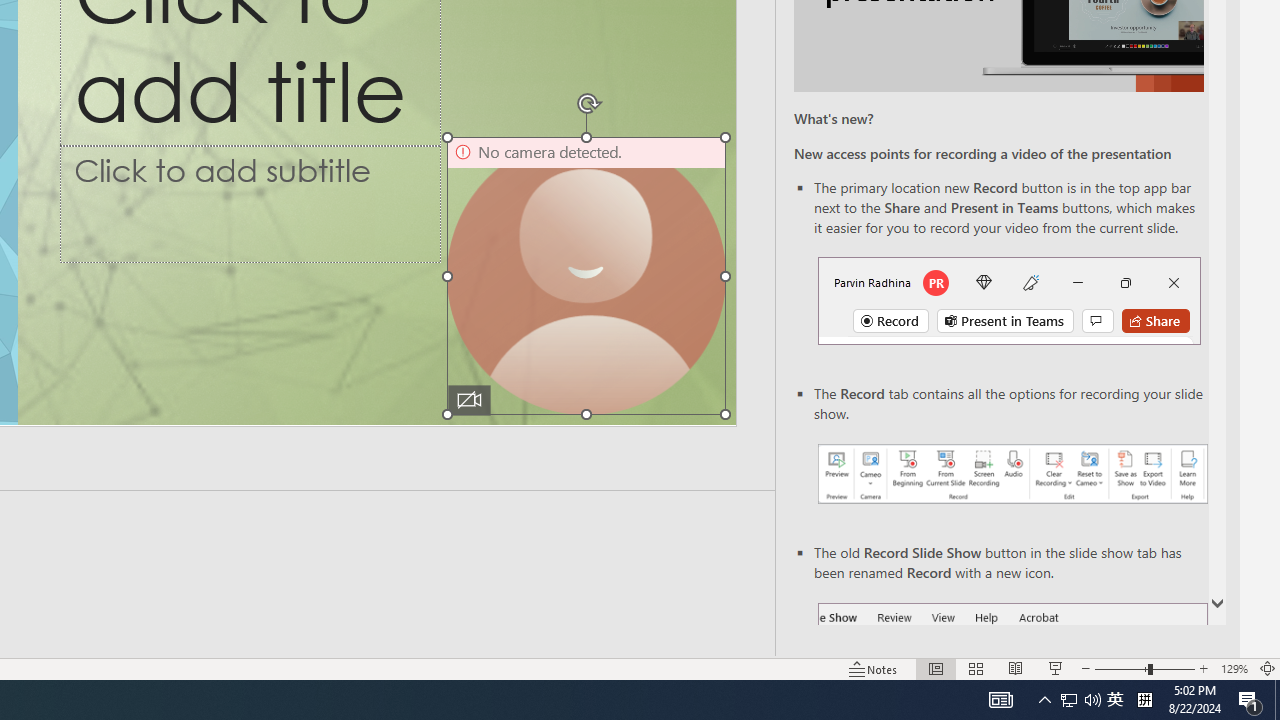 This screenshot has height=720, width=1280. What do you see at coordinates (1203, 669) in the screenshot?
I see `'Zoom In'` at bounding box center [1203, 669].